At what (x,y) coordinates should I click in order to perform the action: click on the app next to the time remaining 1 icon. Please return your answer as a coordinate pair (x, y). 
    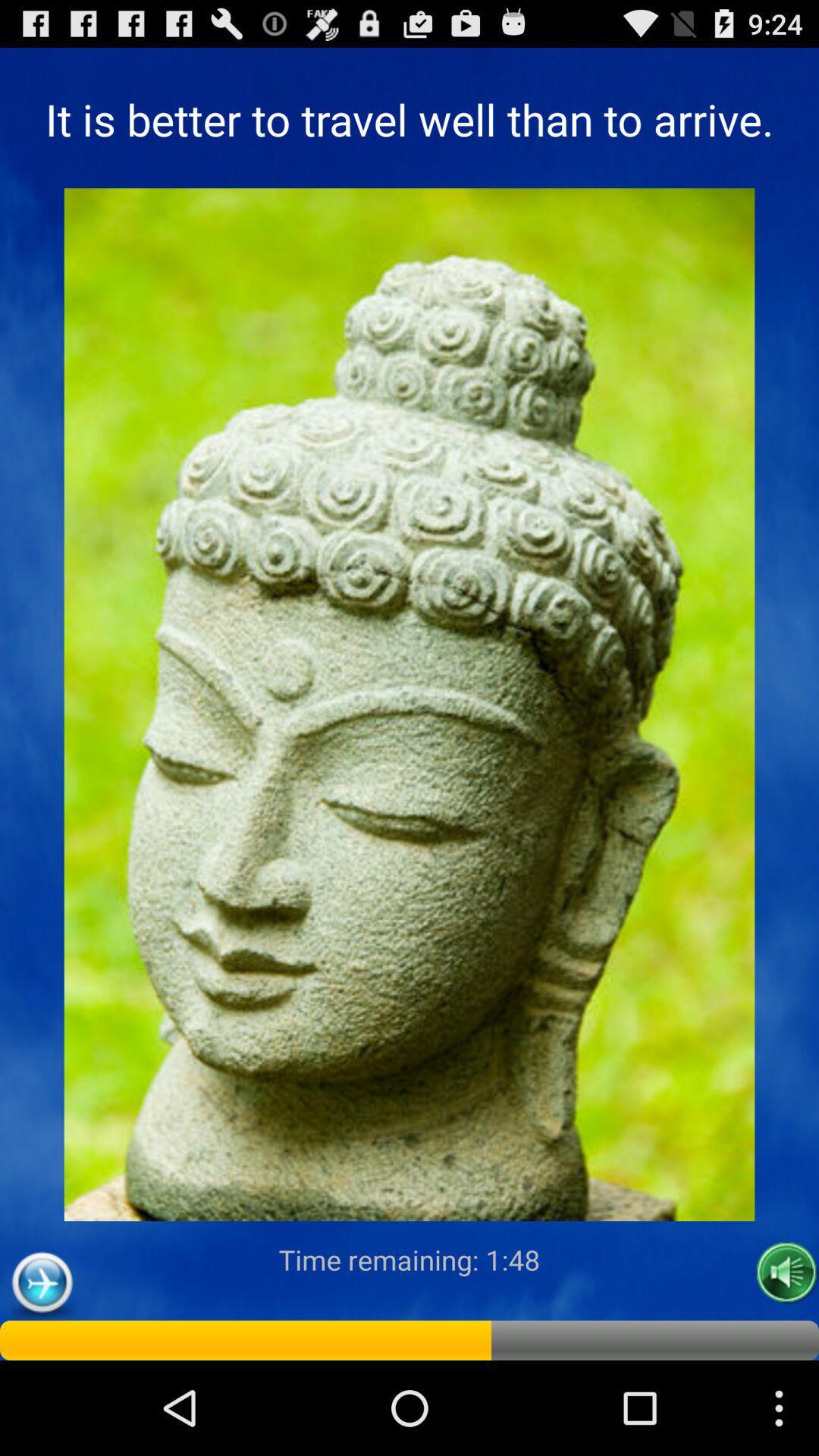
    Looking at the image, I should click on (41, 1282).